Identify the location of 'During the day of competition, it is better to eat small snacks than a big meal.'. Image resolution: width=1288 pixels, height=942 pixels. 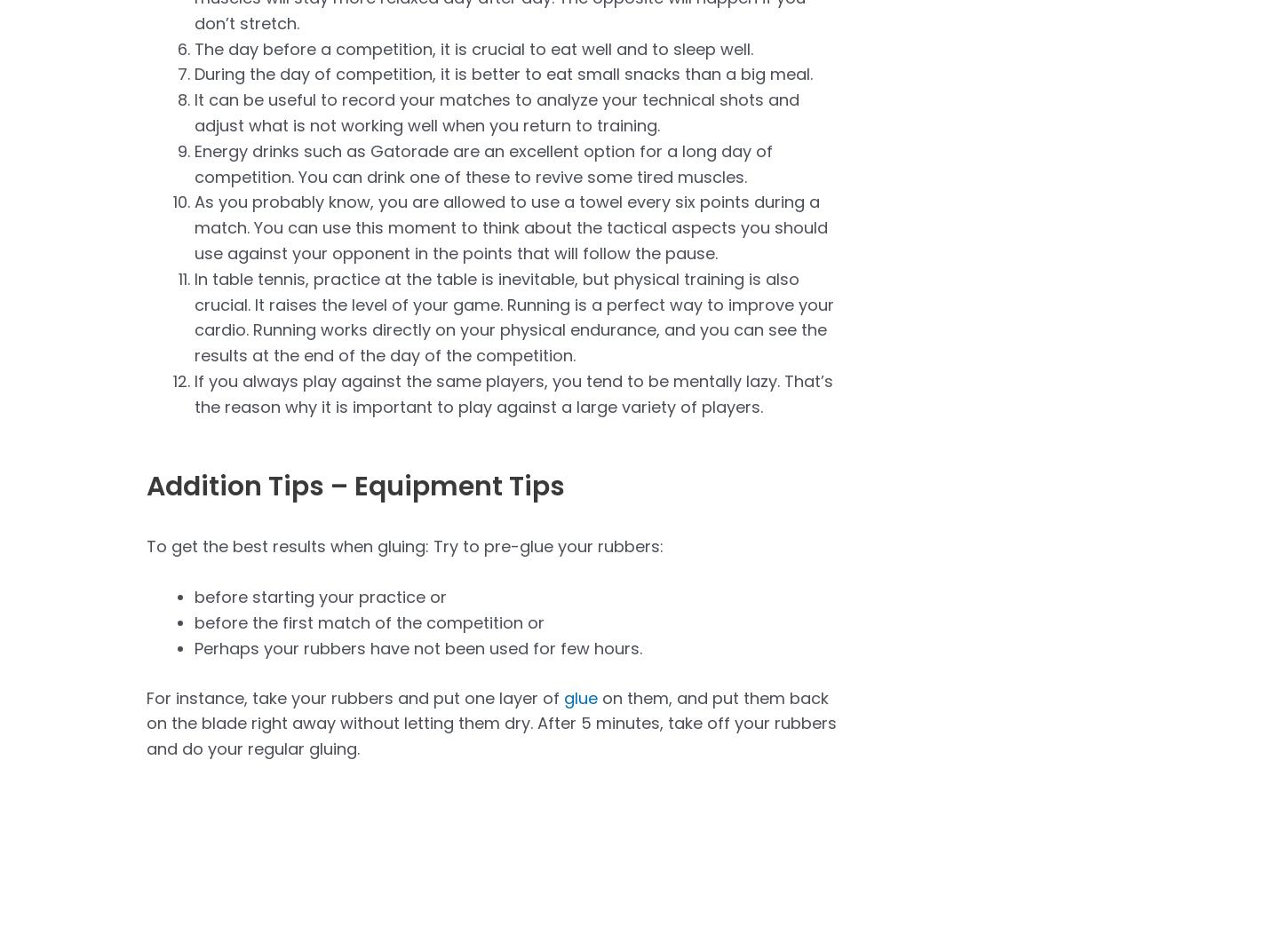
(503, 74).